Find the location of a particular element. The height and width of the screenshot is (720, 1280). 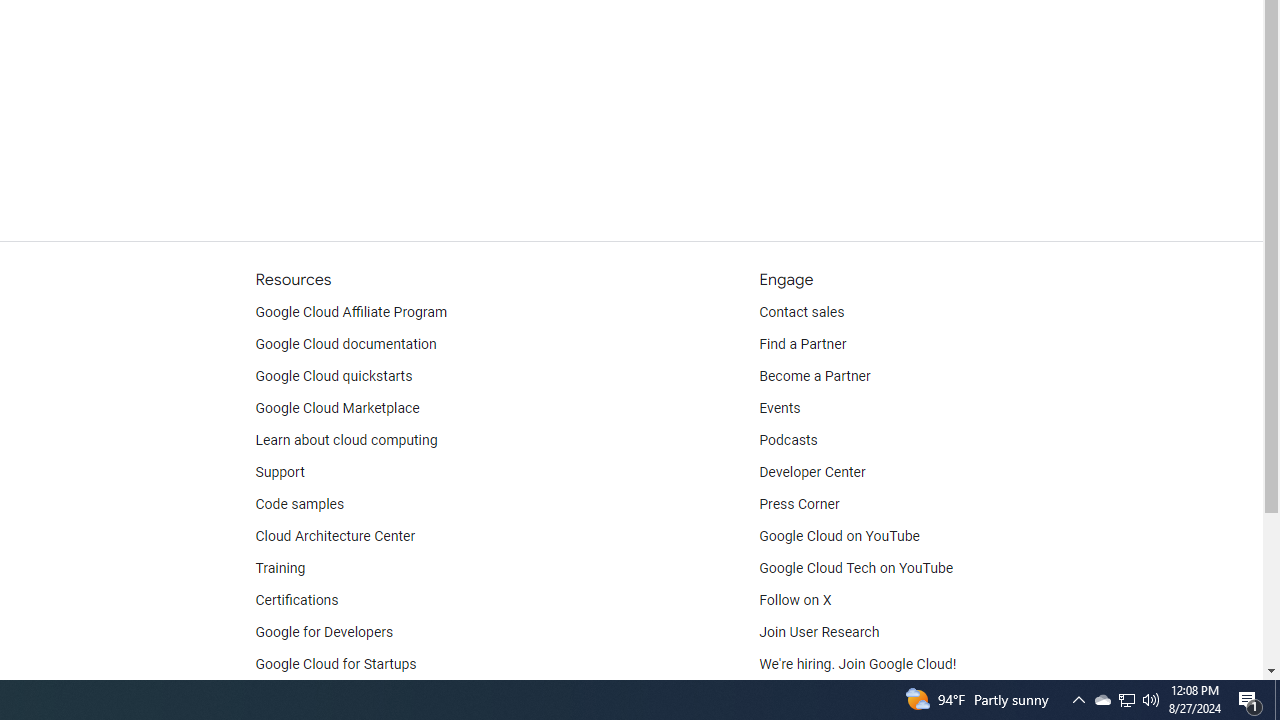

'Join User Research' is located at coordinates (819, 632).